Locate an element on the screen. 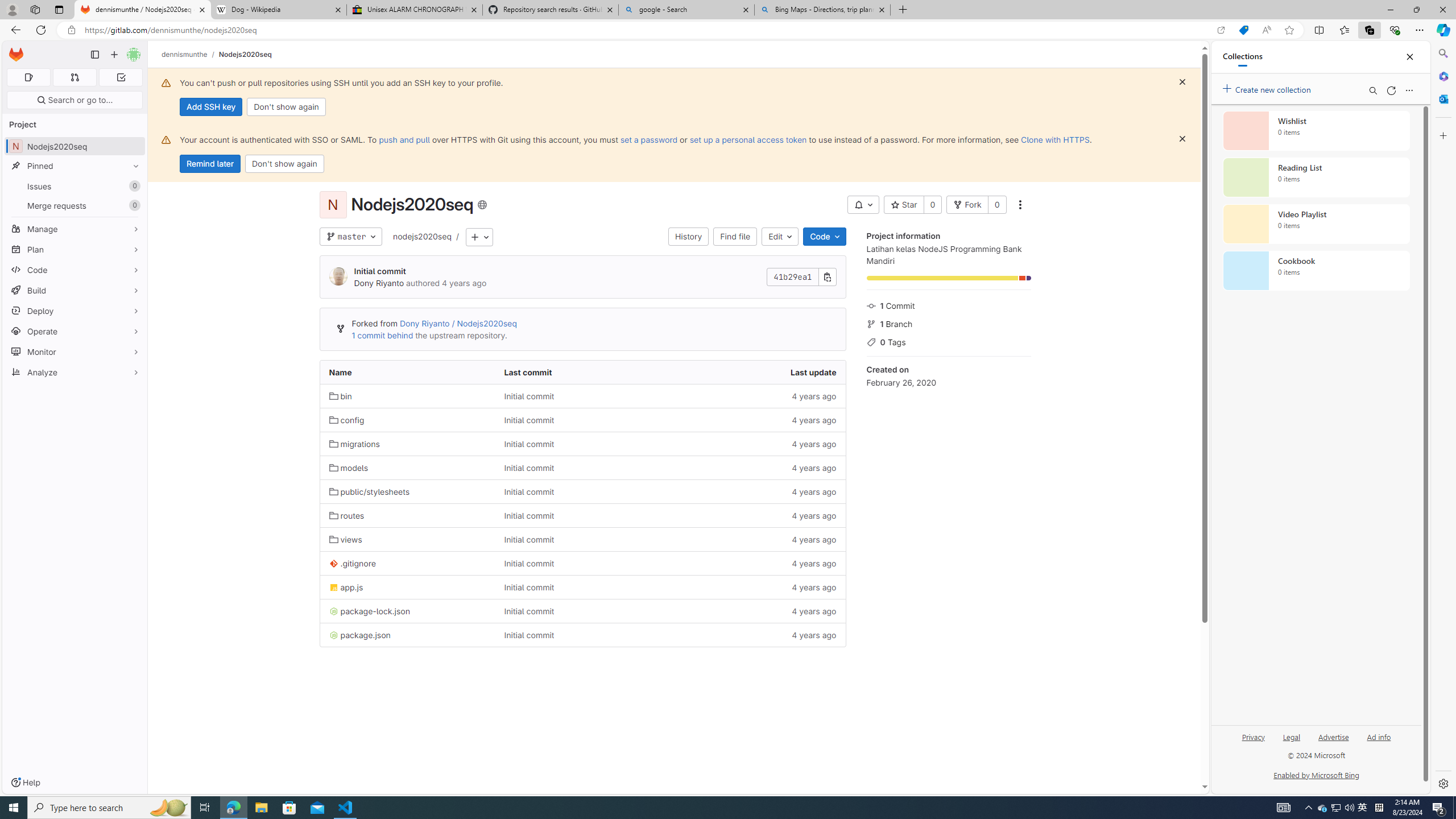 This screenshot has height=819, width=1456. 'package.json' is located at coordinates (359, 634).